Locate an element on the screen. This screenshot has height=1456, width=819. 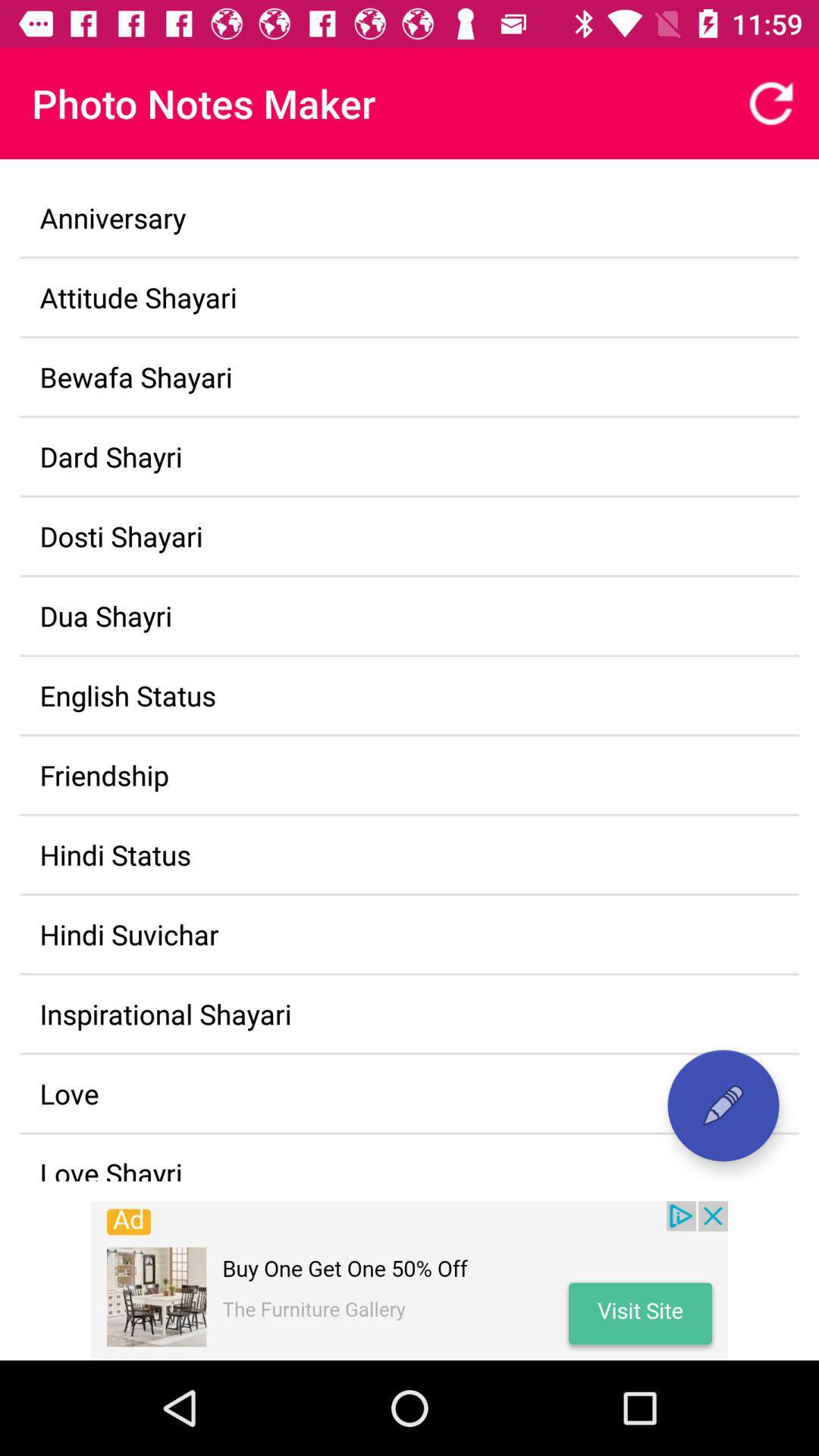
note is located at coordinates (722, 1106).